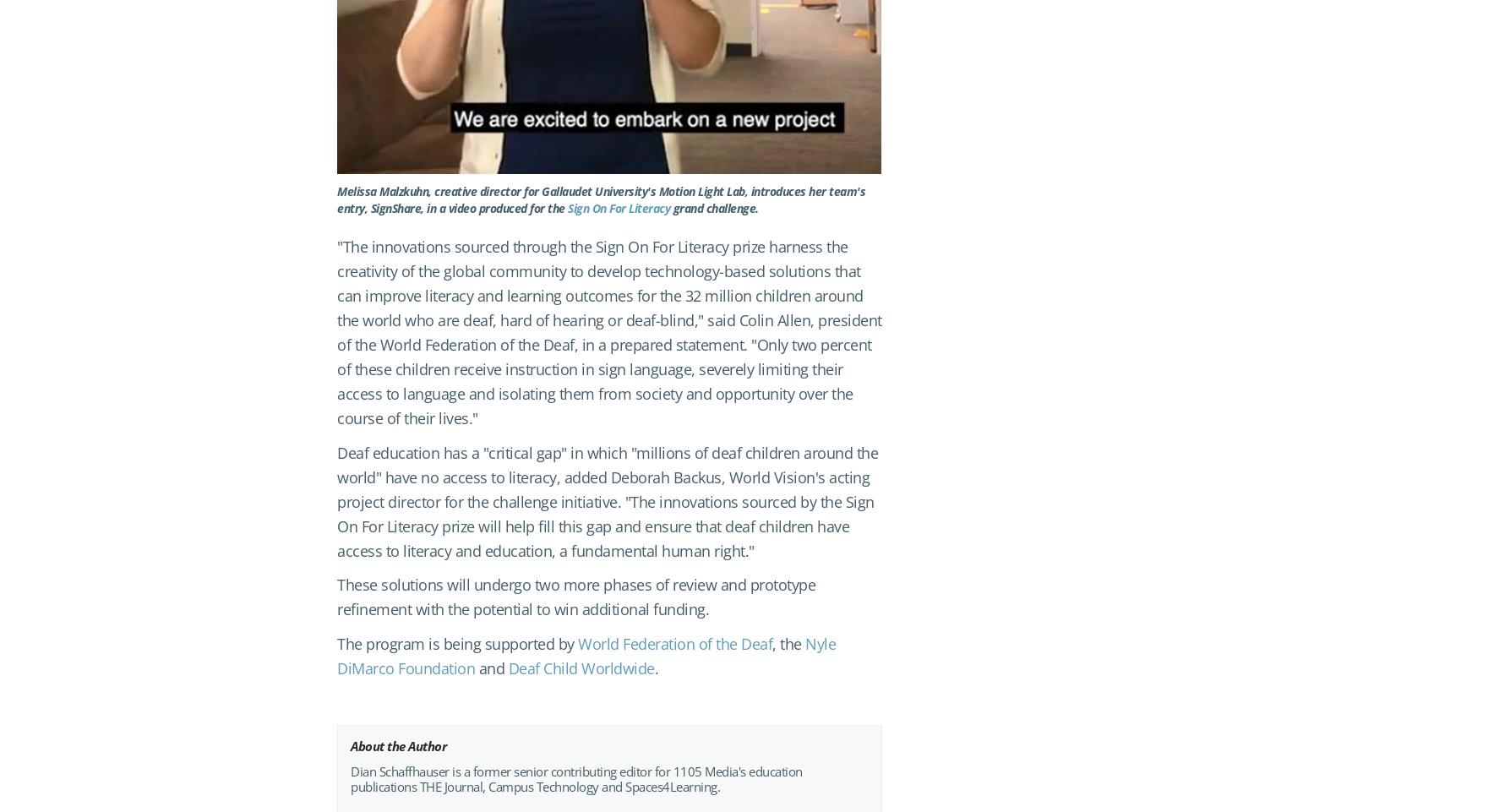  Describe the element at coordinates (674, 642) in the screenshot. I see `'World Federation of the Deaf'` at that location.